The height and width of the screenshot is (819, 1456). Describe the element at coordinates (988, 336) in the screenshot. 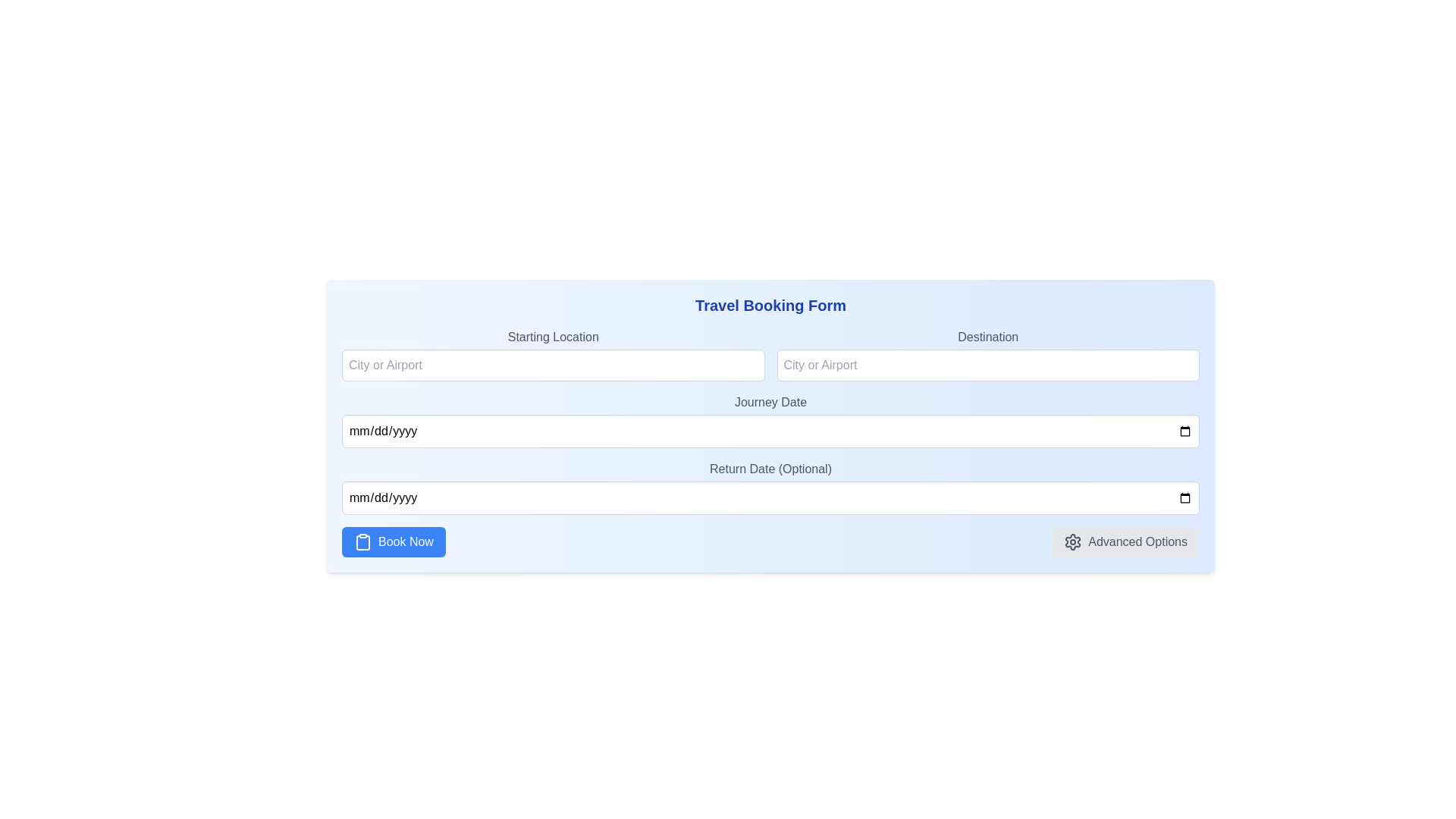

I see `the 'Destination' static label text element, which is styled in gray and positioned above the 'City or Airport' input field in the upper-right part of the interactive panel` at that location.